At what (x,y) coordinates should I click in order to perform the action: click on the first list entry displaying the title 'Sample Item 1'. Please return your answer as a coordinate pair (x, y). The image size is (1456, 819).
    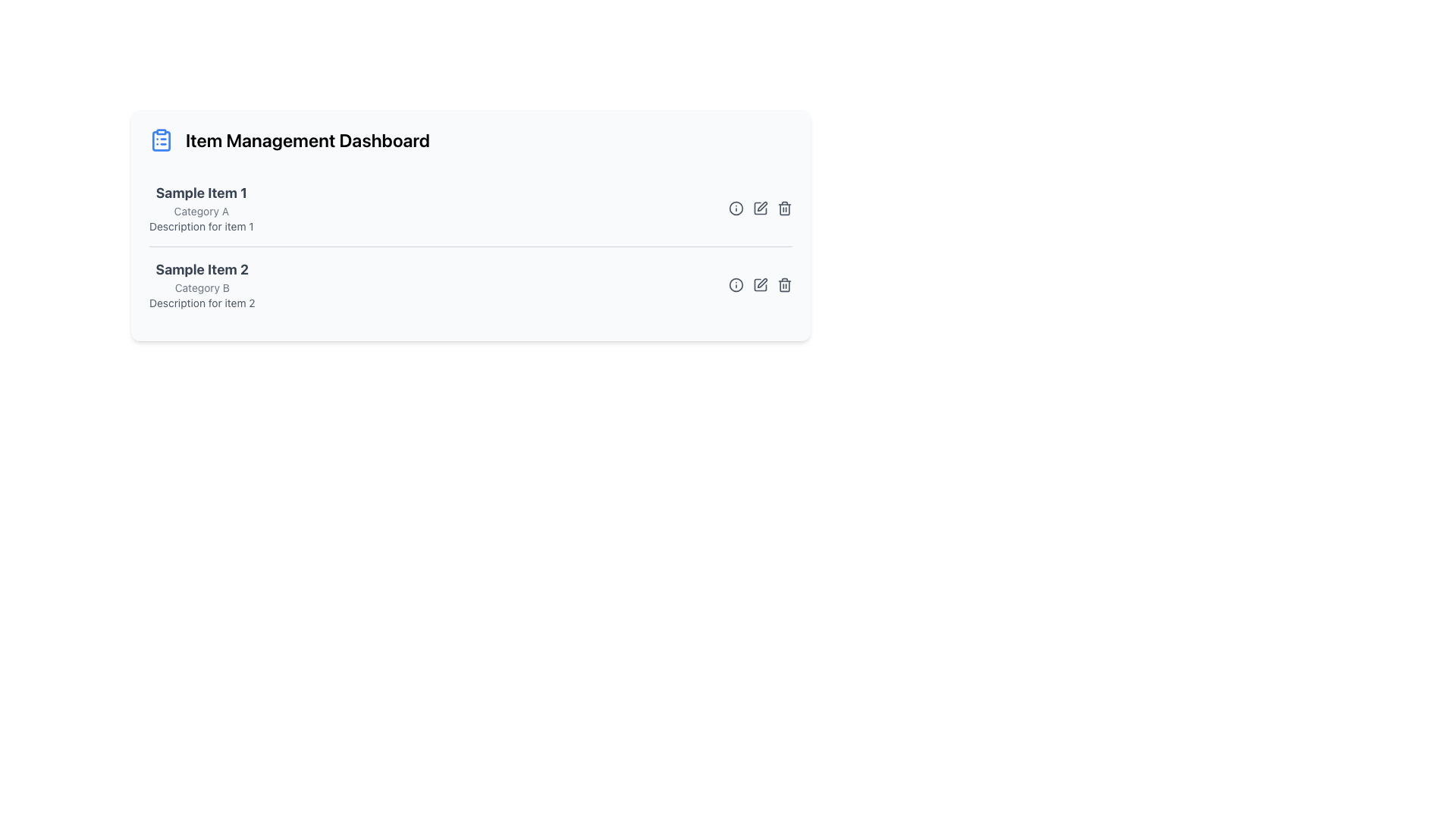
    Looking at the image, I should click on (469, 208).